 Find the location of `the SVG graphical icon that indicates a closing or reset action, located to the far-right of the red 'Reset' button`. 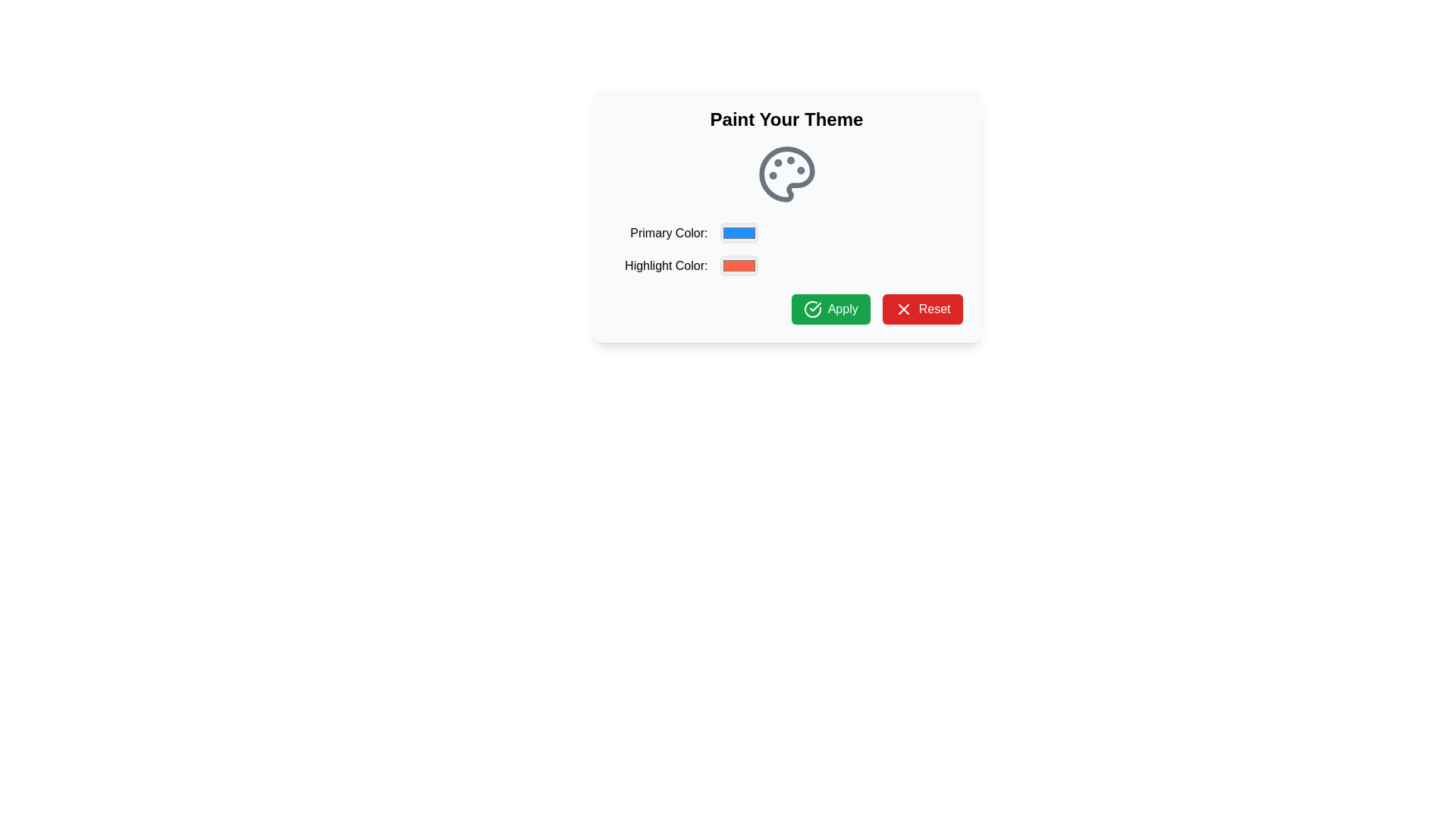

the SVG graphical icon that indicates a closing or reset action, located to the far-right of the red 'Reset' button is located at coordinates (903, 309).